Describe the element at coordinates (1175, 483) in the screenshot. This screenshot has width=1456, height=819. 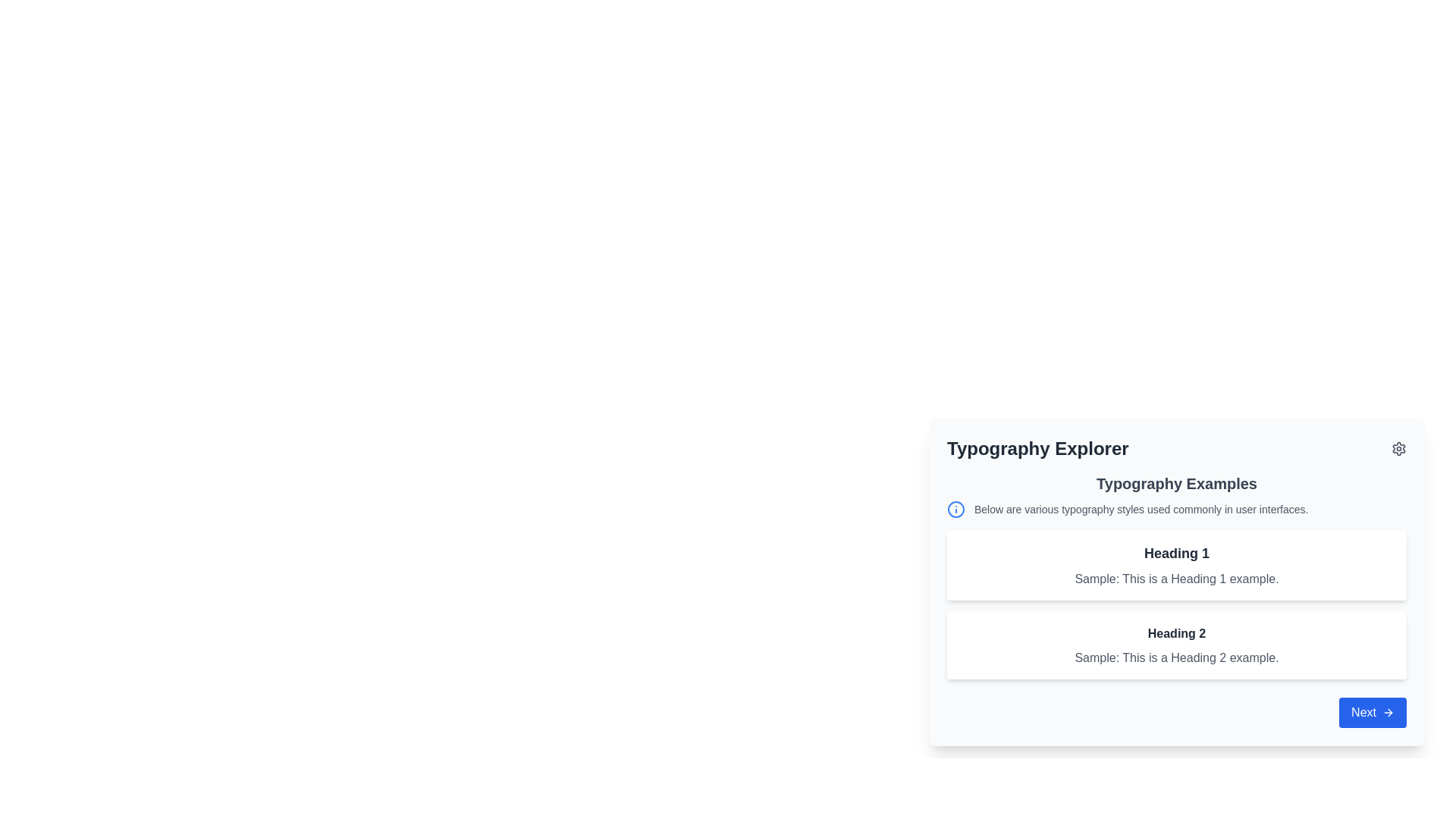
I see `the static text element that serves as a section title for typography examples, located beneath the main header 'Typography Explorer'` at that location.